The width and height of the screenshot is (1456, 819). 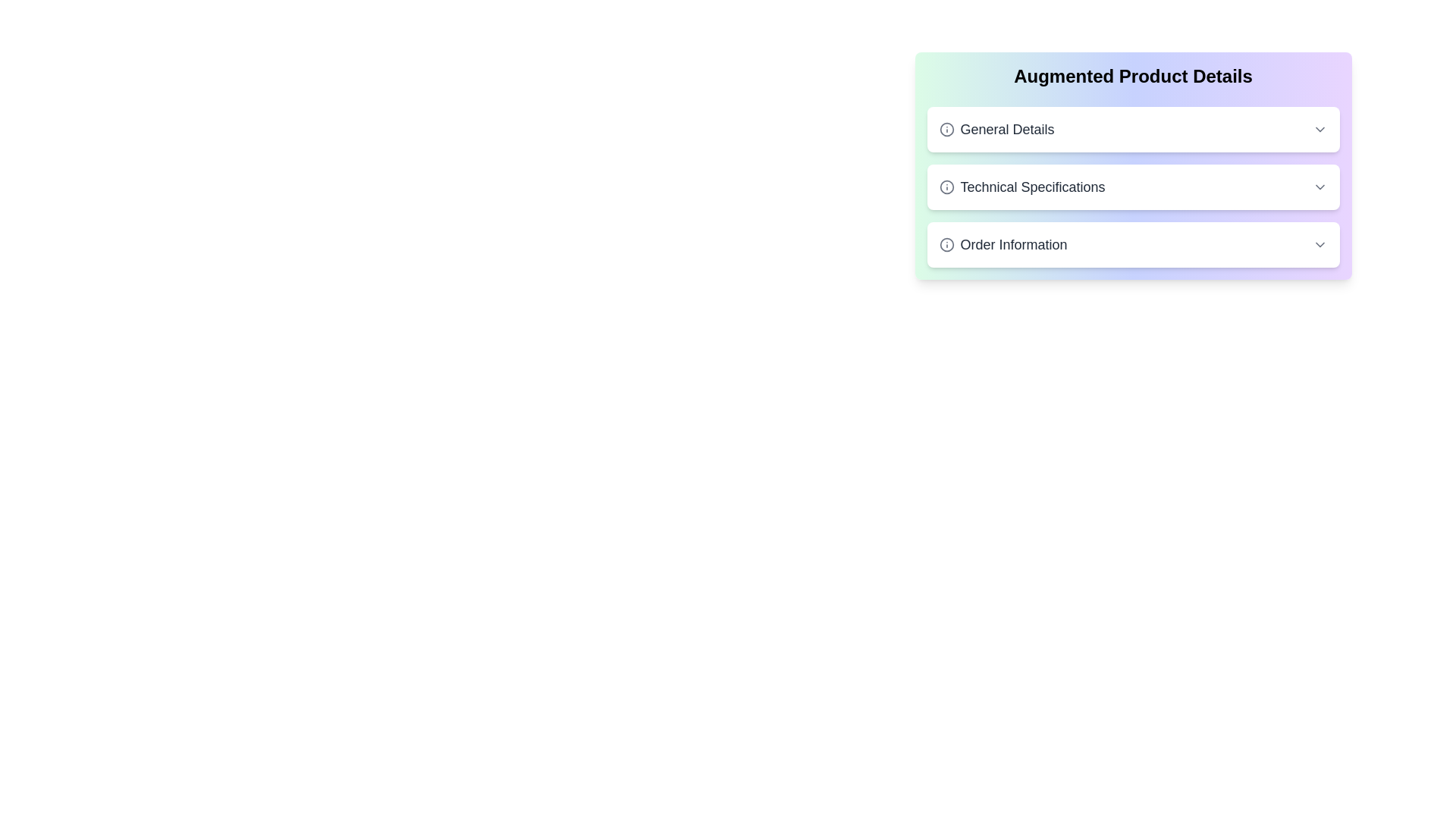 I want to click on the 'Order Information' collapsible section item, which is a white, rounded rectangular section with a shadow, located between the 'Technical Specifications' section and other elements, so click(x=1133, y=244).